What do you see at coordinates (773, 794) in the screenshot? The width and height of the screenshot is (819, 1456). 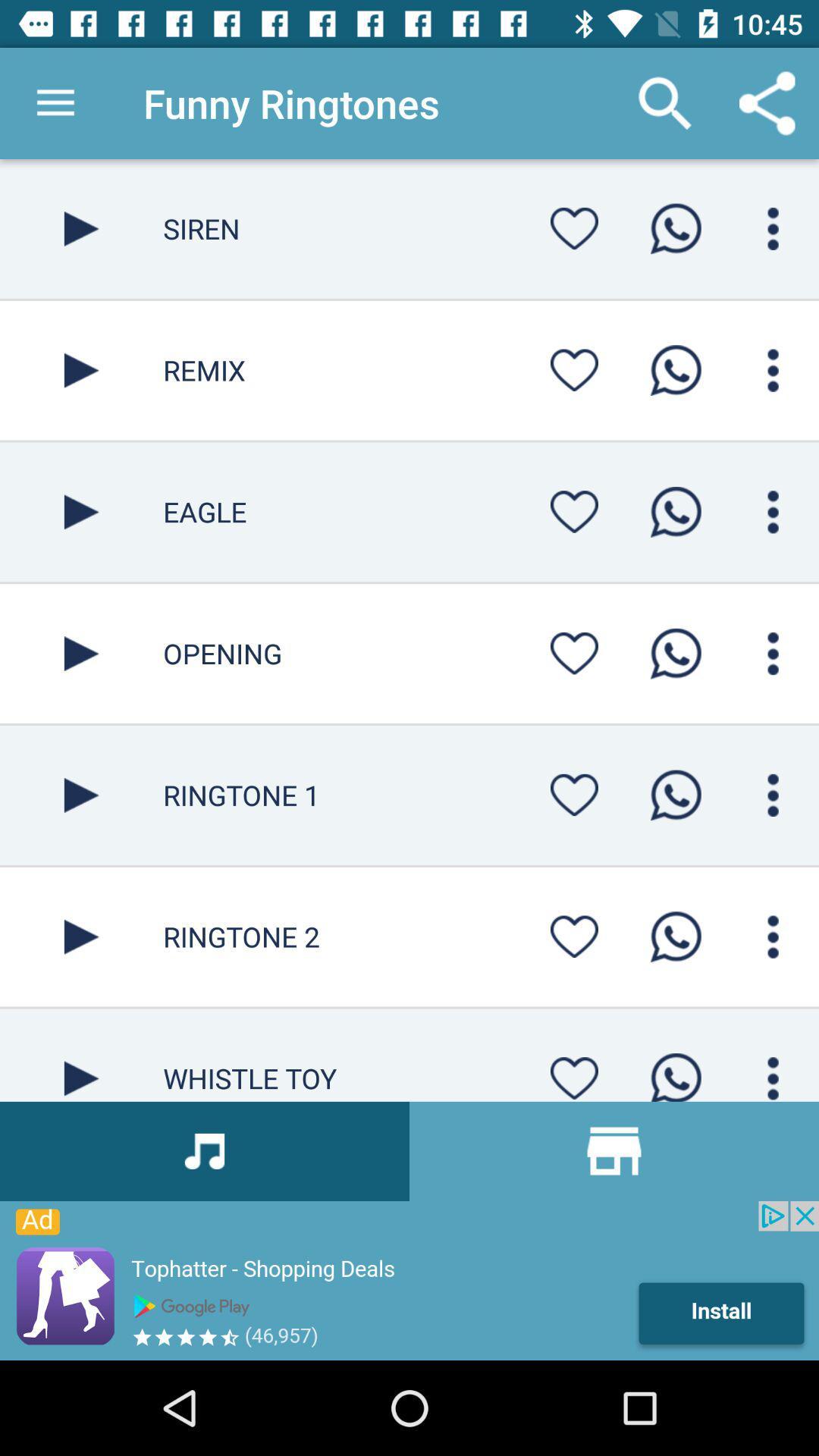 I see `menu page` at bounding box center [773, 794].